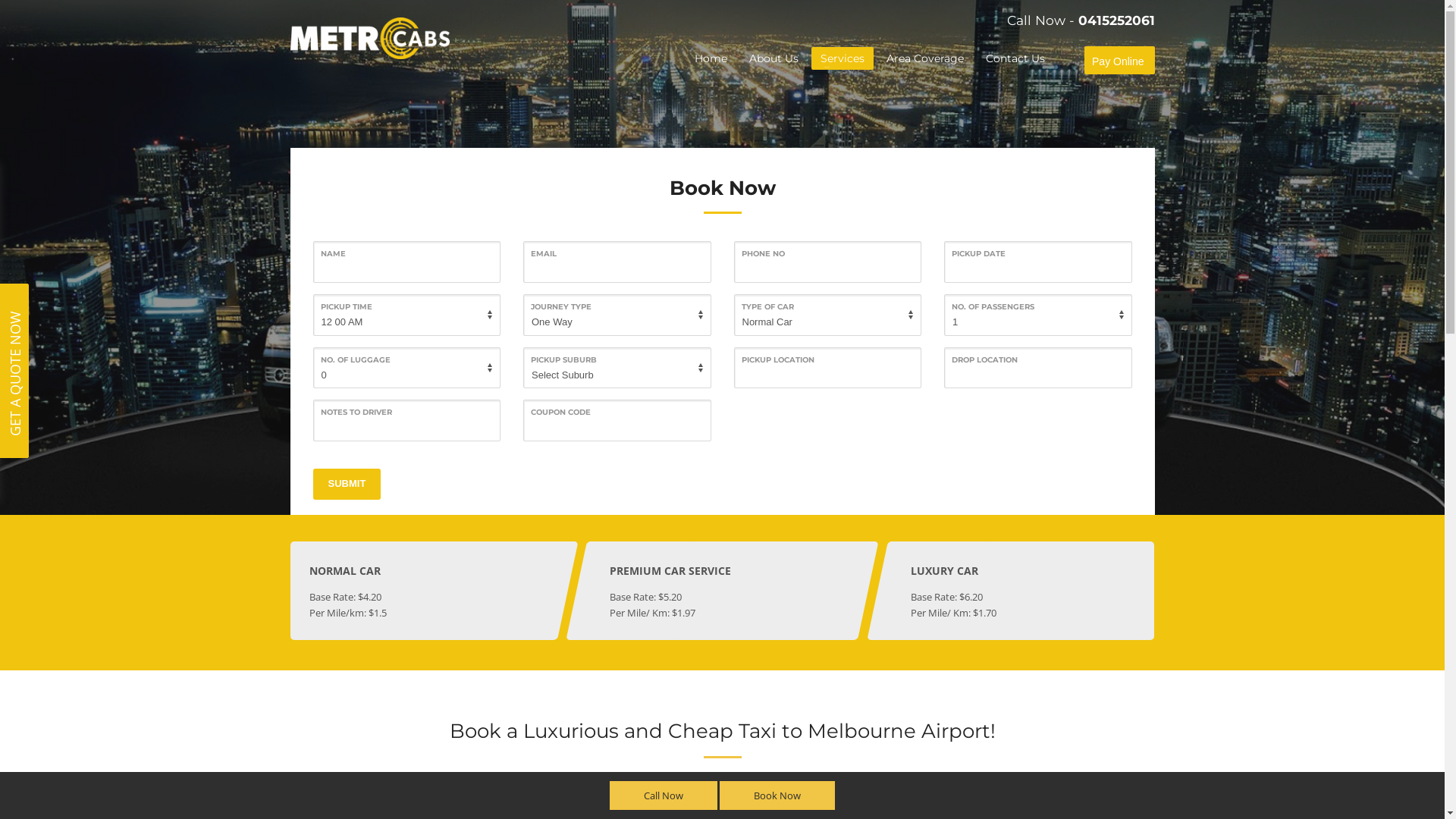 Image resolution: width=1456 pixels, height=819 pixels. What do you see at coordinates (345, 484) in the screenshot?
I see `'SUBMIT'` at bounding box center [345, 484].